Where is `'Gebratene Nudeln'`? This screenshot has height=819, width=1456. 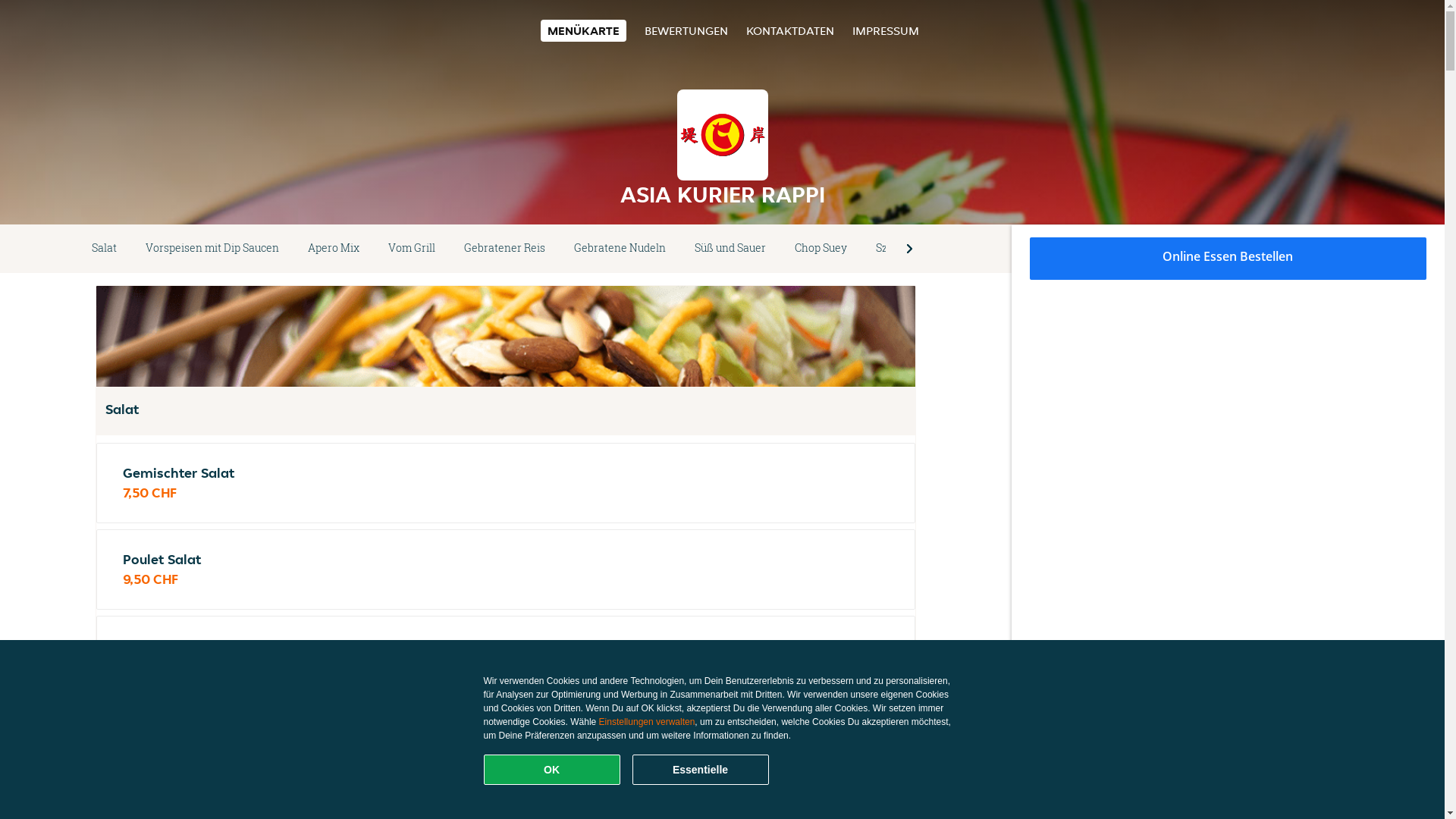 'Gebratene Nudeln' is located at coordinates (559, 247).